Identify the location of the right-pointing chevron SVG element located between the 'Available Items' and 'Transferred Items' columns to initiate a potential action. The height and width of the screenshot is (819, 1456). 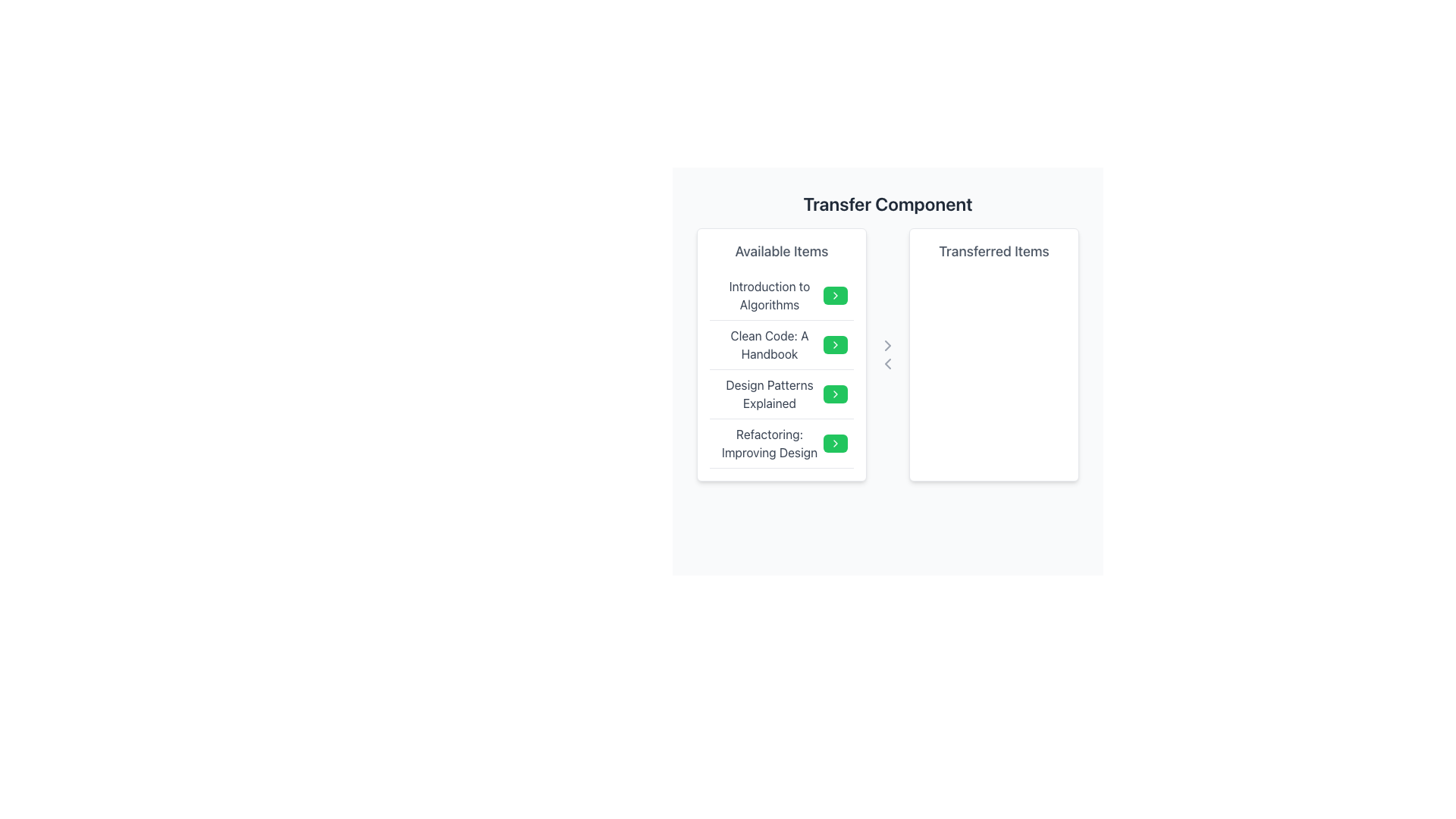
(888, 345).